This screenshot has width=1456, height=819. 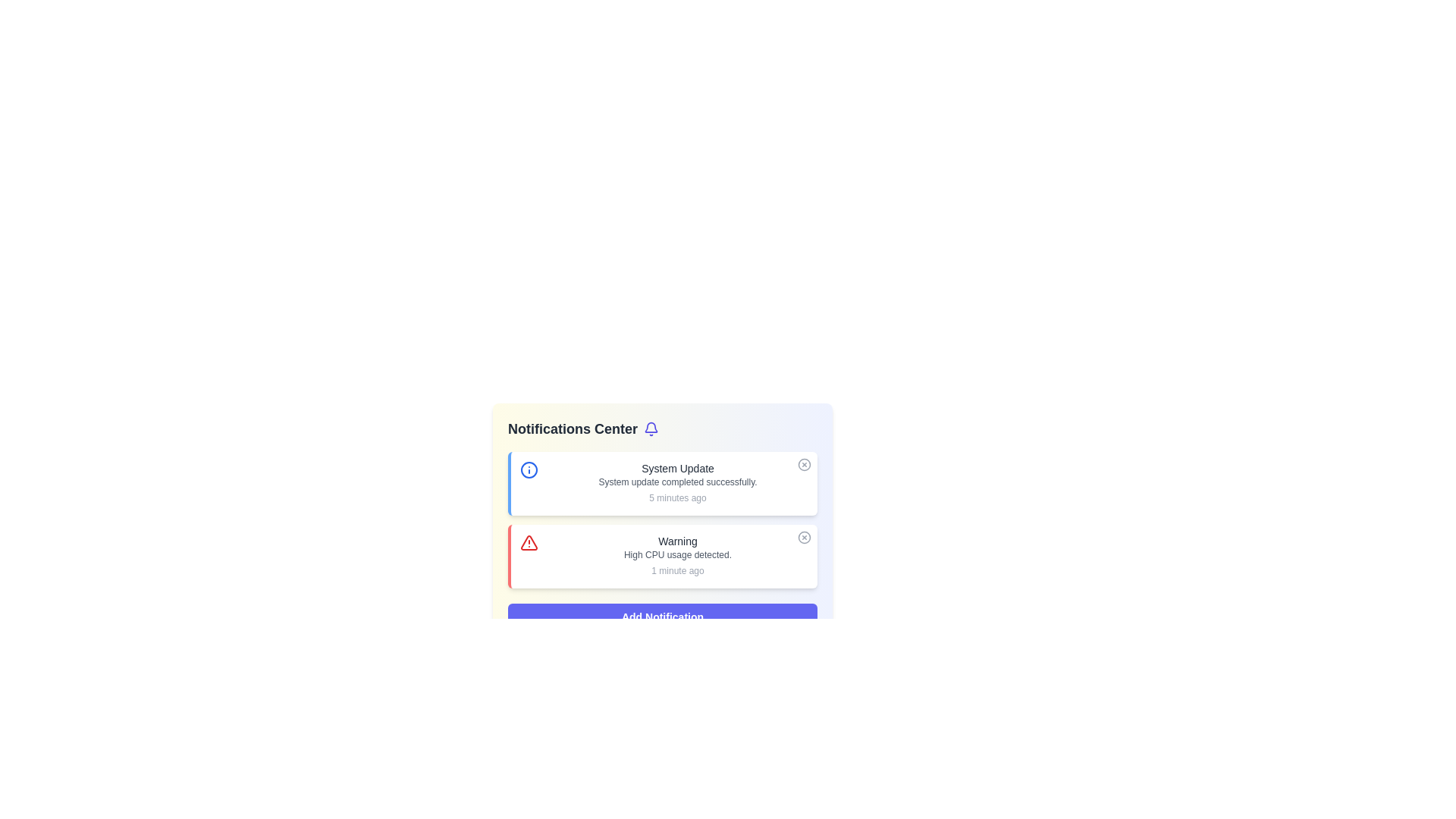 What do you see at coordinates (529, 469) in the screenshot?
I see `the circular icon boundary located in the notification card, which is aligned with the 'System Update' header text` at bounding box center [529, 469].